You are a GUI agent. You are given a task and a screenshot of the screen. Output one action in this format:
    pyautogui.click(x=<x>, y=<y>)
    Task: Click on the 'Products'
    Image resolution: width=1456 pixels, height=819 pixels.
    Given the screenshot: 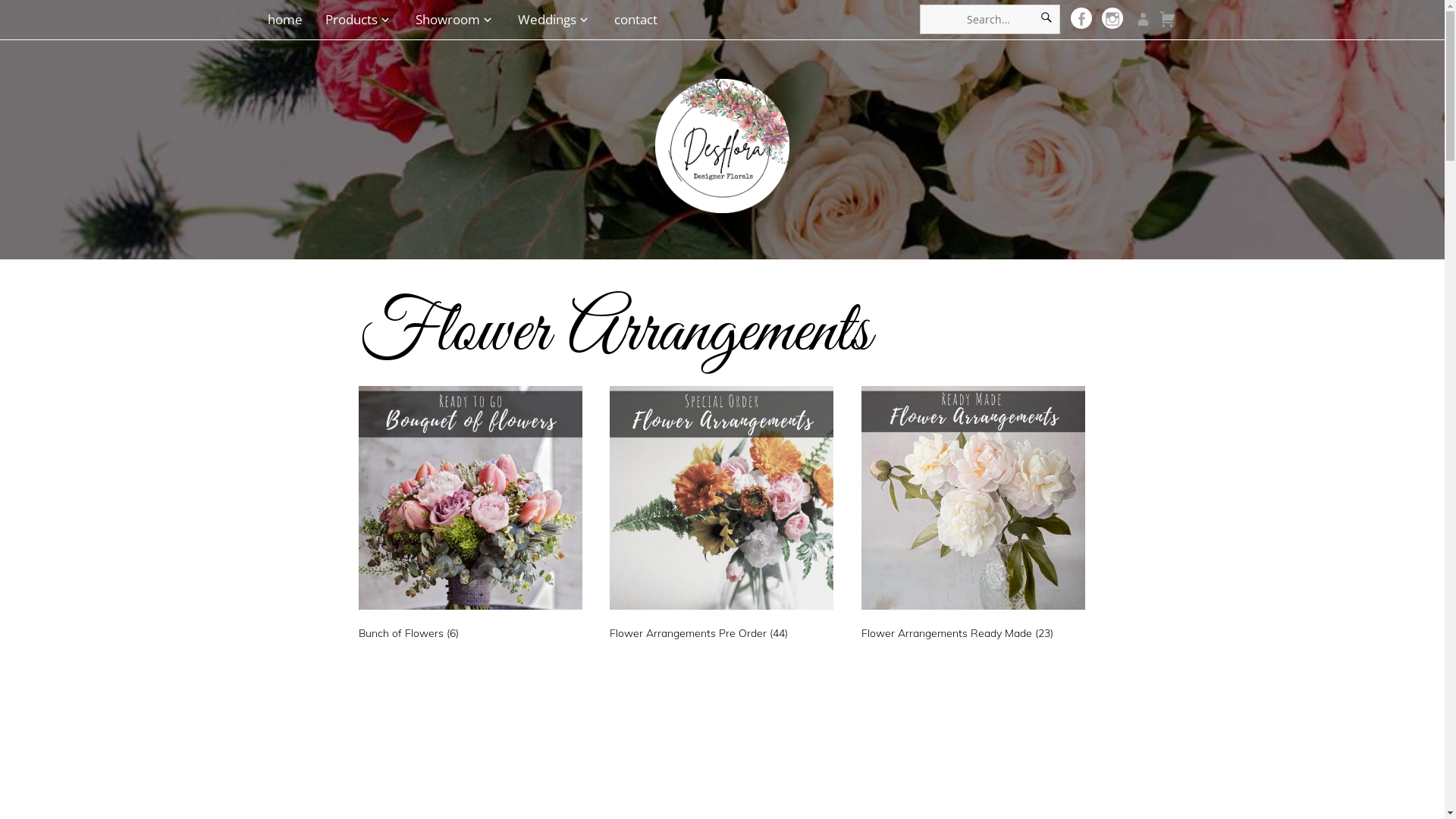 What is the action you would take?
    pyautogui.click(x=358, y=19)
    